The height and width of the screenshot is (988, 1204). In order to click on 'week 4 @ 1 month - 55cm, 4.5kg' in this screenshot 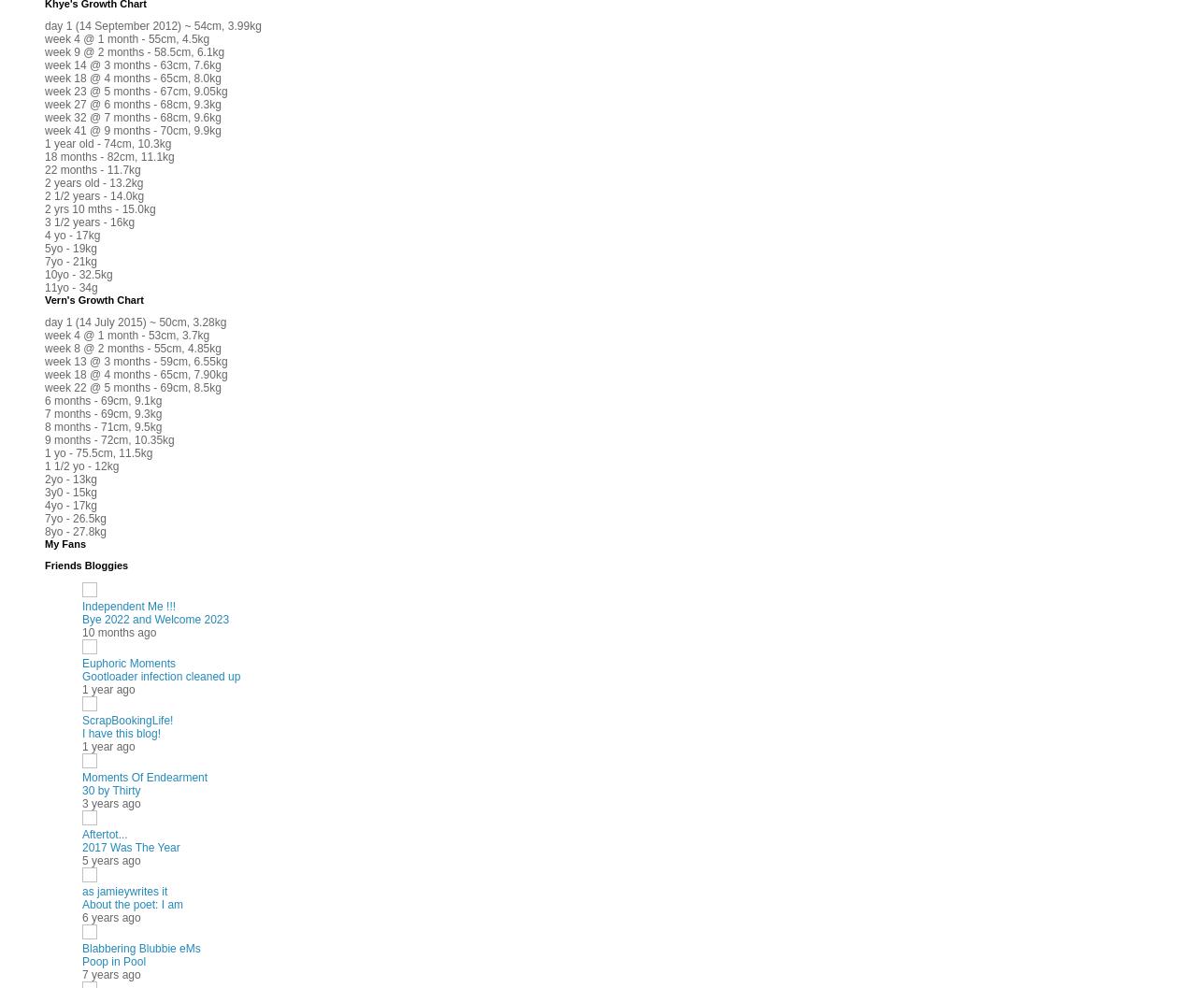, I will do `click(127, 38)`.